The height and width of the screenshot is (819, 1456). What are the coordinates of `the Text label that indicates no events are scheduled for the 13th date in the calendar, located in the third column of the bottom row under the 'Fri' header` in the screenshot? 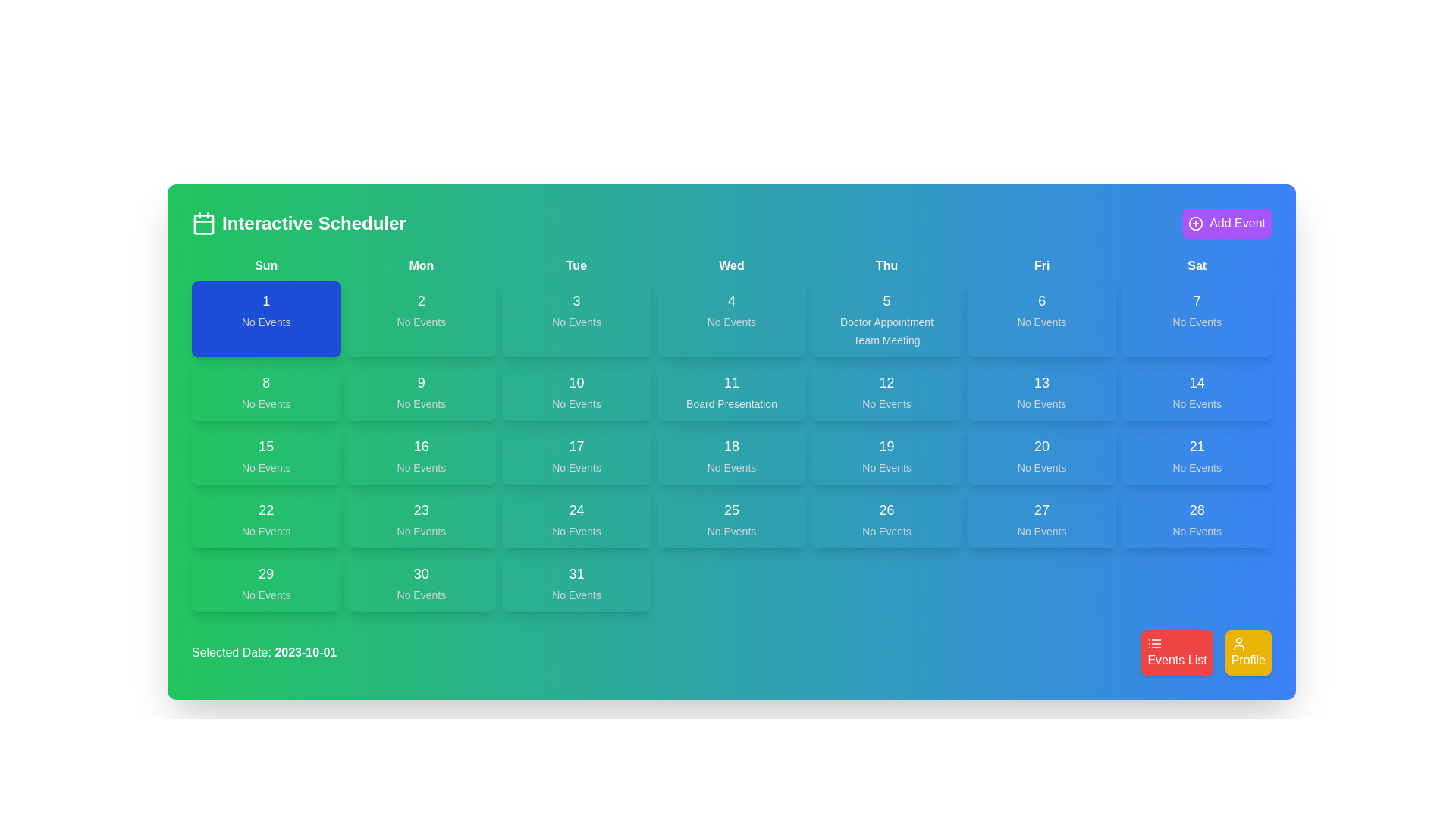 It's located at (1041, 403).